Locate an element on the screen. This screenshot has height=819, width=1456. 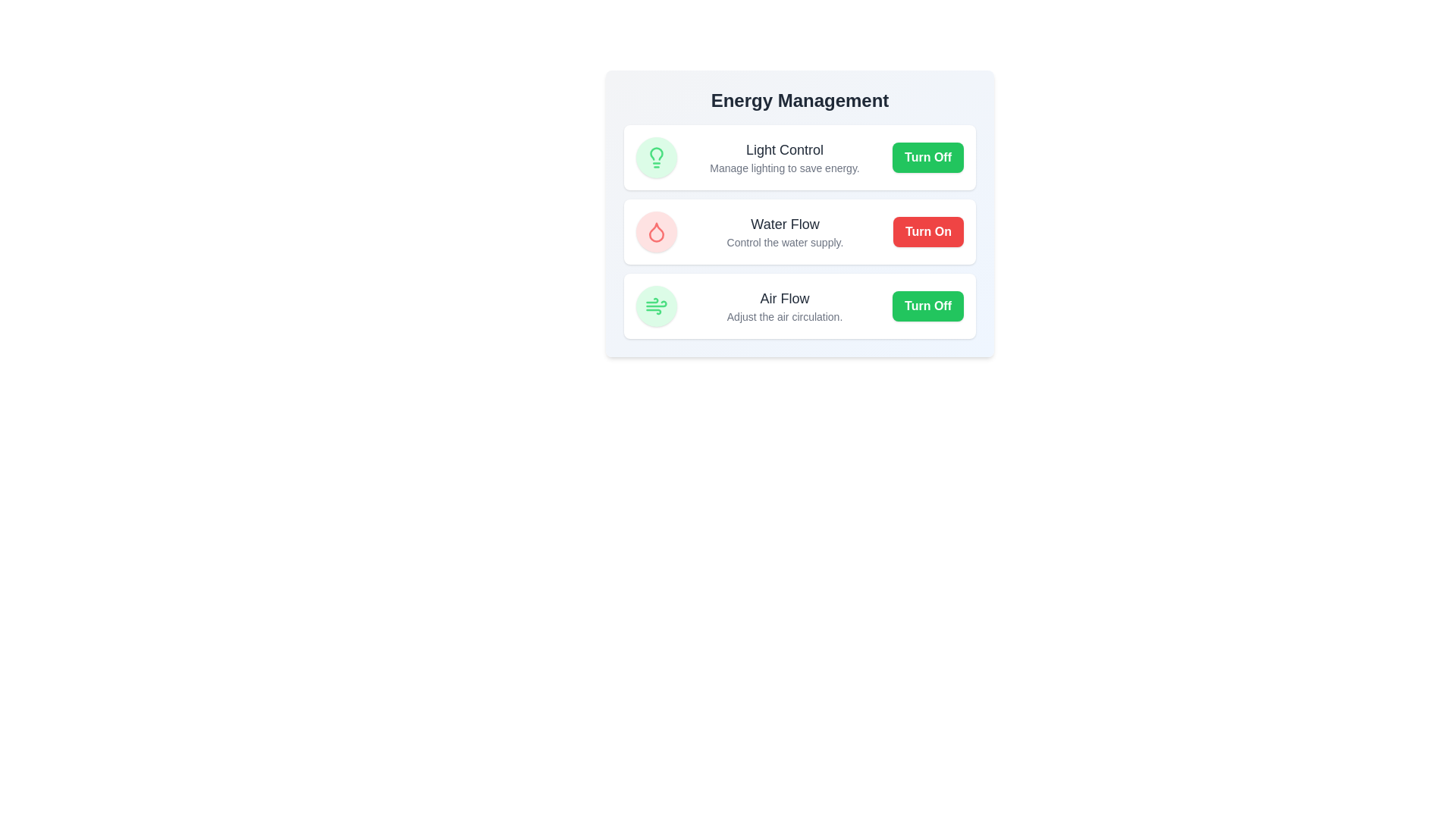
the Text Label element that reads 'Control the water supply.' located in the 'Water Flow' section of the 'Energy Management' interface is located at coordinates (785, 242).